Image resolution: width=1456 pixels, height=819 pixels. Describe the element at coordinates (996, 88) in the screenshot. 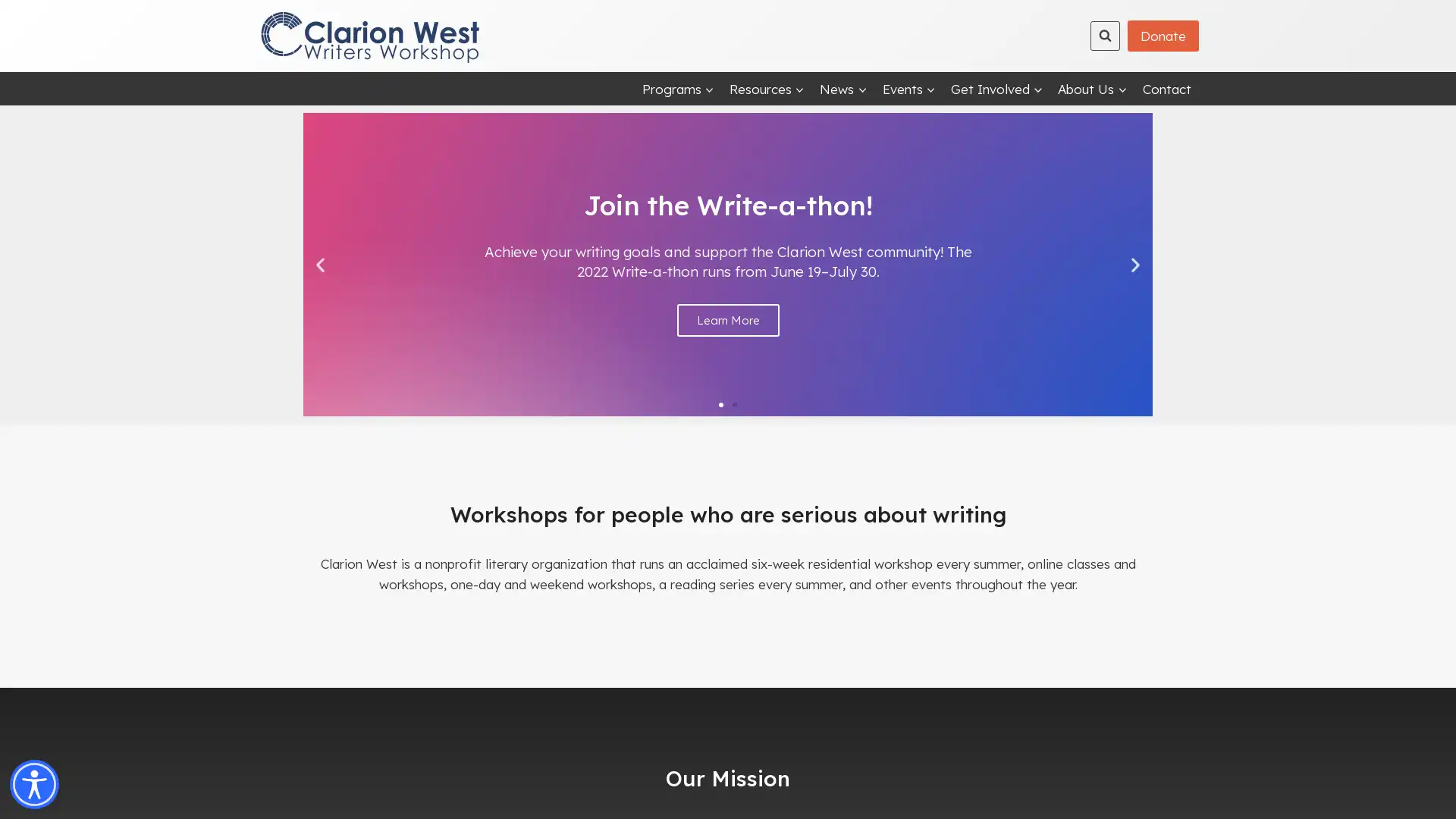

I see `Expand child menu` at that location.